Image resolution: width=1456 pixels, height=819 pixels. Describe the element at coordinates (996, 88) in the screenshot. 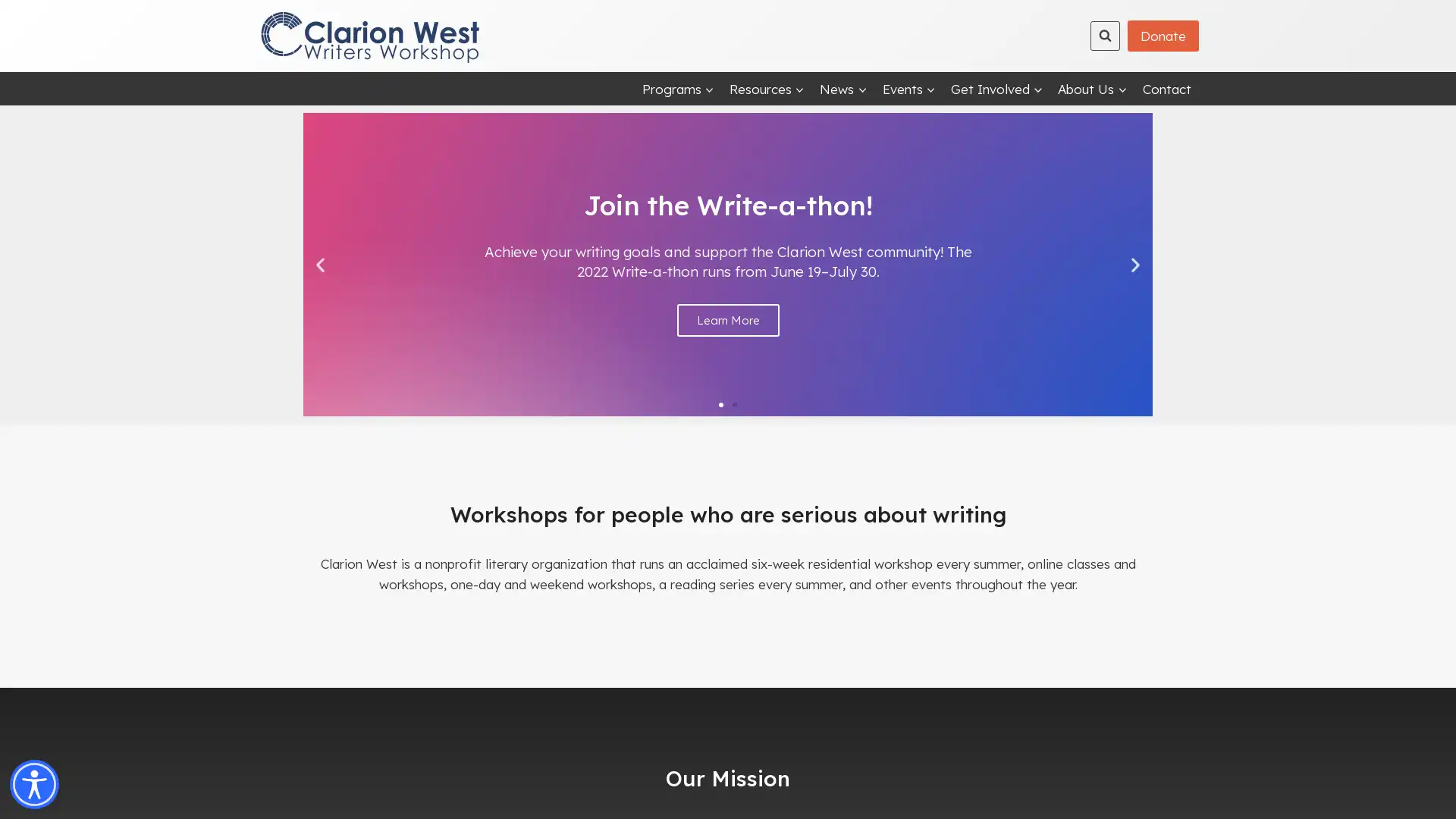

I see `Expand child menu` at that location.